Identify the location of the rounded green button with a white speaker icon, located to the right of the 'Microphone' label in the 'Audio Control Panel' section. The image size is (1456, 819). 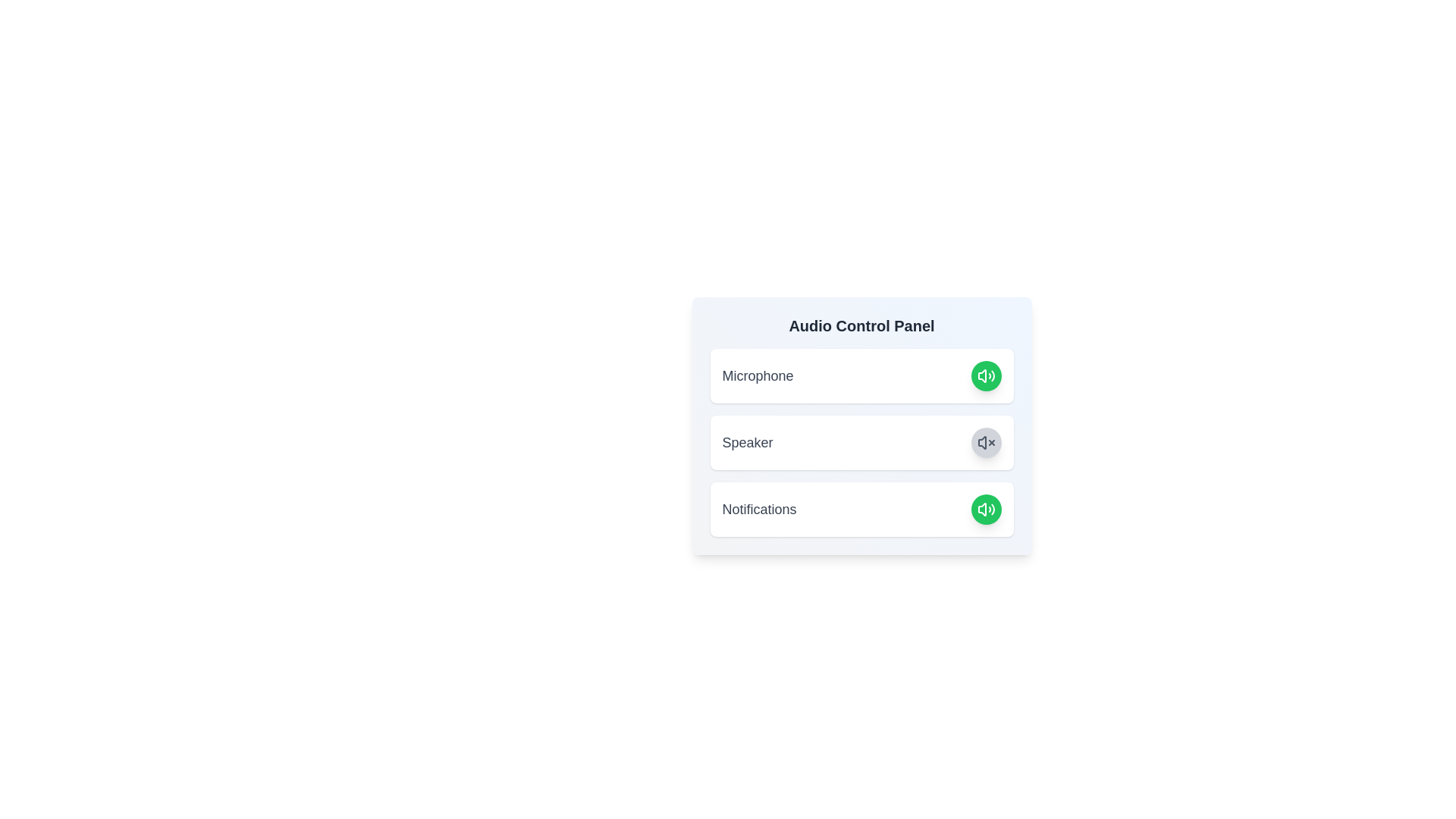
(986, 375).